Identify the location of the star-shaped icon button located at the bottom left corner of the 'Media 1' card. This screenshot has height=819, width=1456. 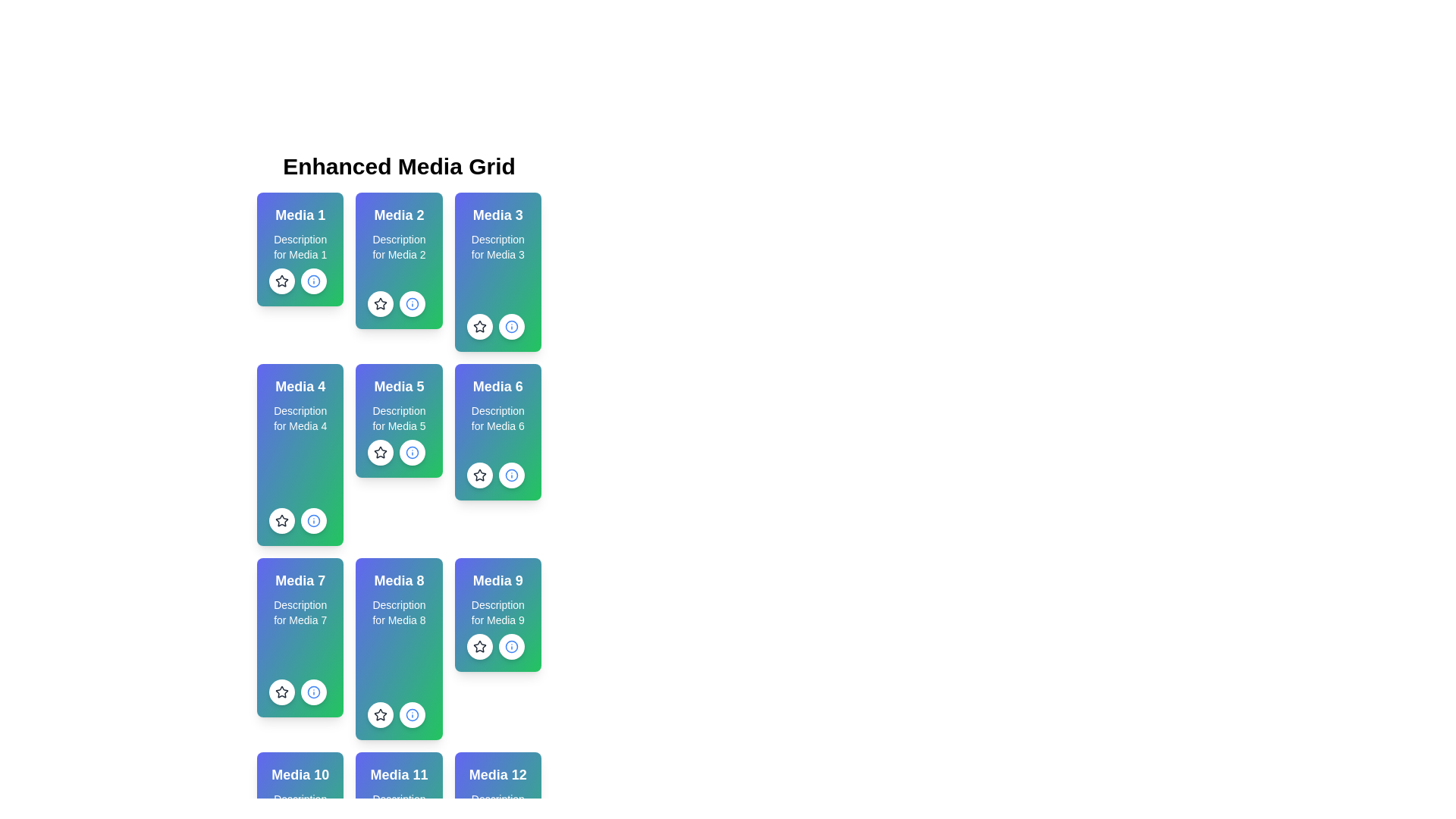
(282, 281).